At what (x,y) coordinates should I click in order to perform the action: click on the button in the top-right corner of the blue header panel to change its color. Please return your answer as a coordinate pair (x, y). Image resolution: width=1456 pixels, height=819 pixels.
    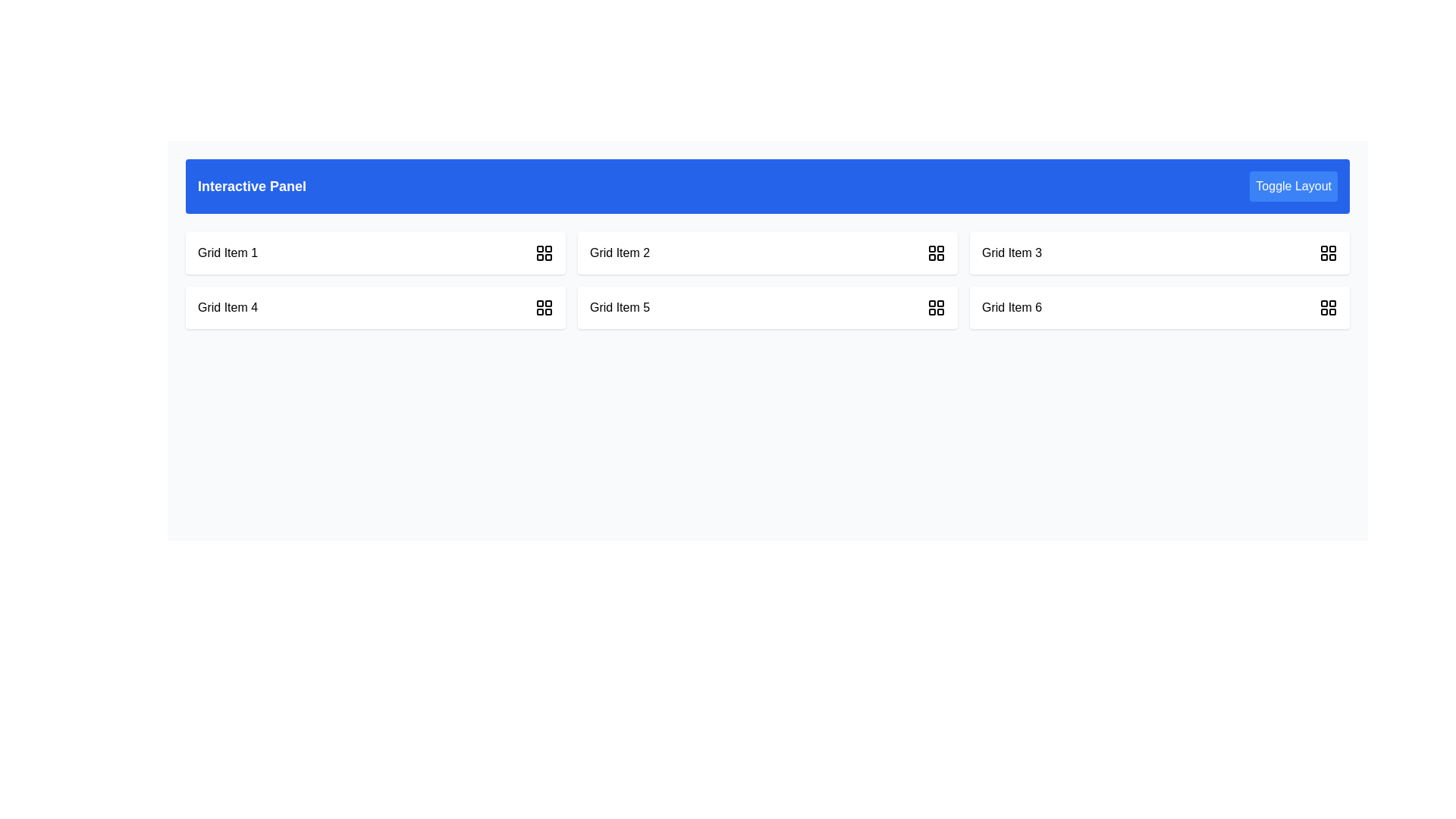
    Looking at the image, I should click on (1293, 186).